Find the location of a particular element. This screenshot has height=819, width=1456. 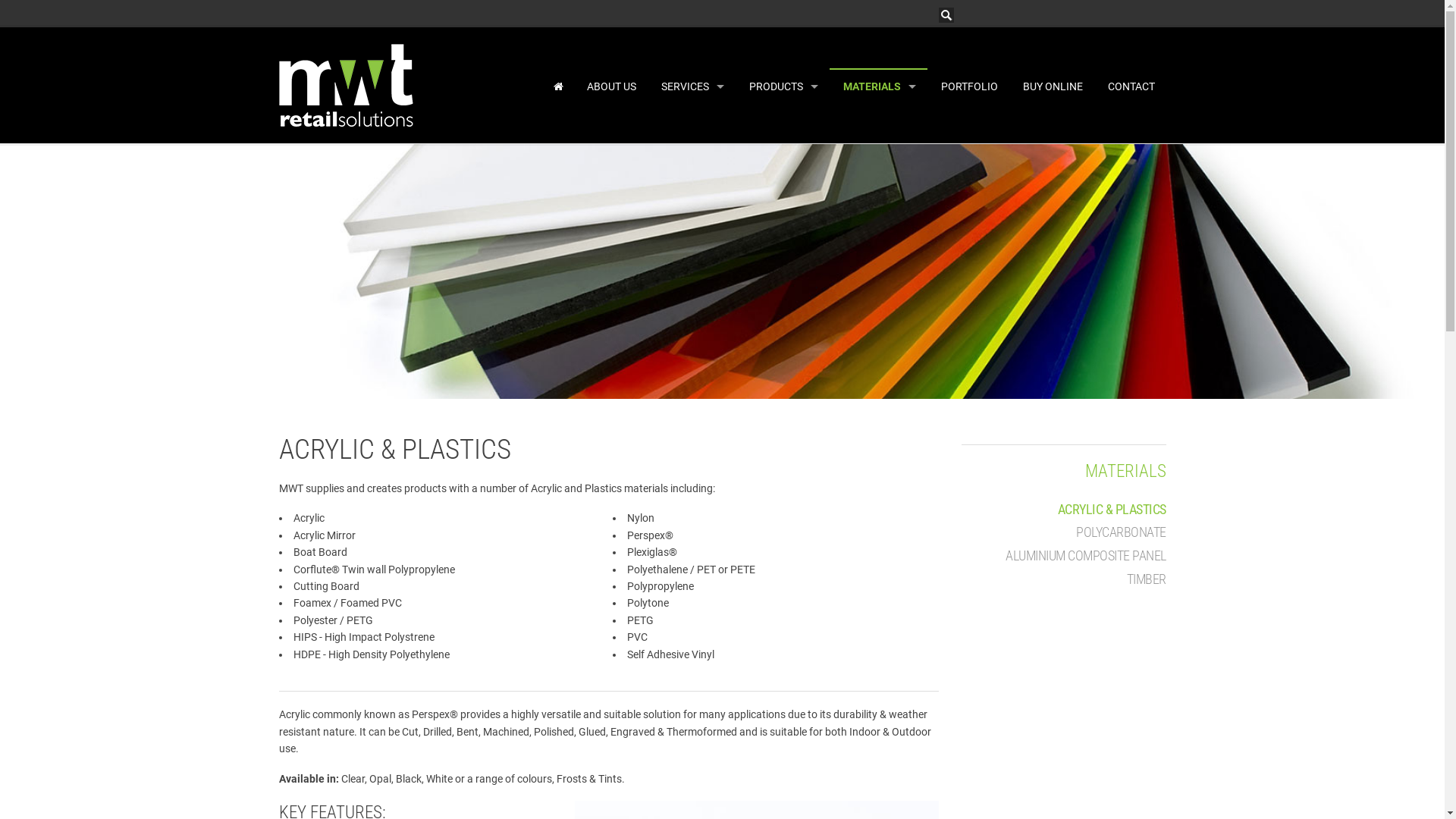

'CONTACT' is located at coordinates (1129, 86).